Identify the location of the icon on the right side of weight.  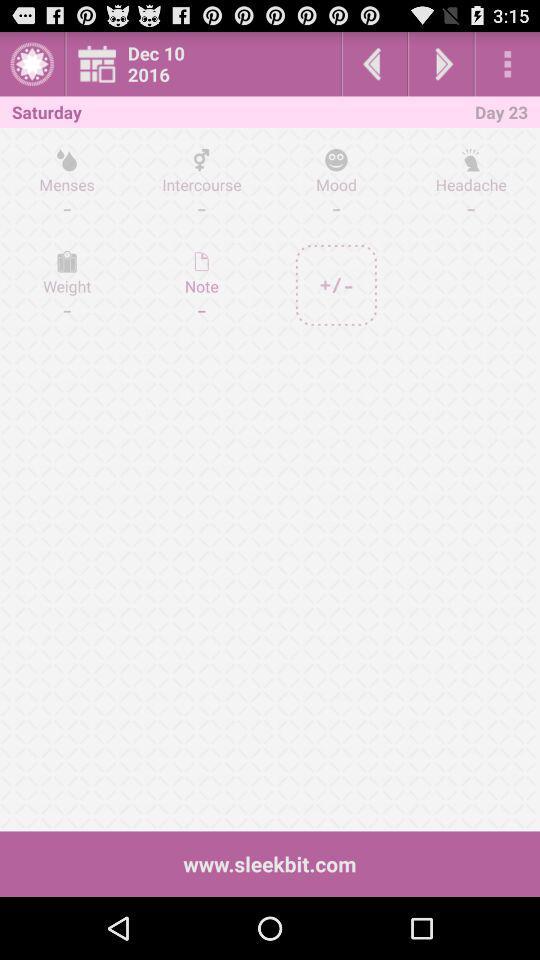
(202, 284).